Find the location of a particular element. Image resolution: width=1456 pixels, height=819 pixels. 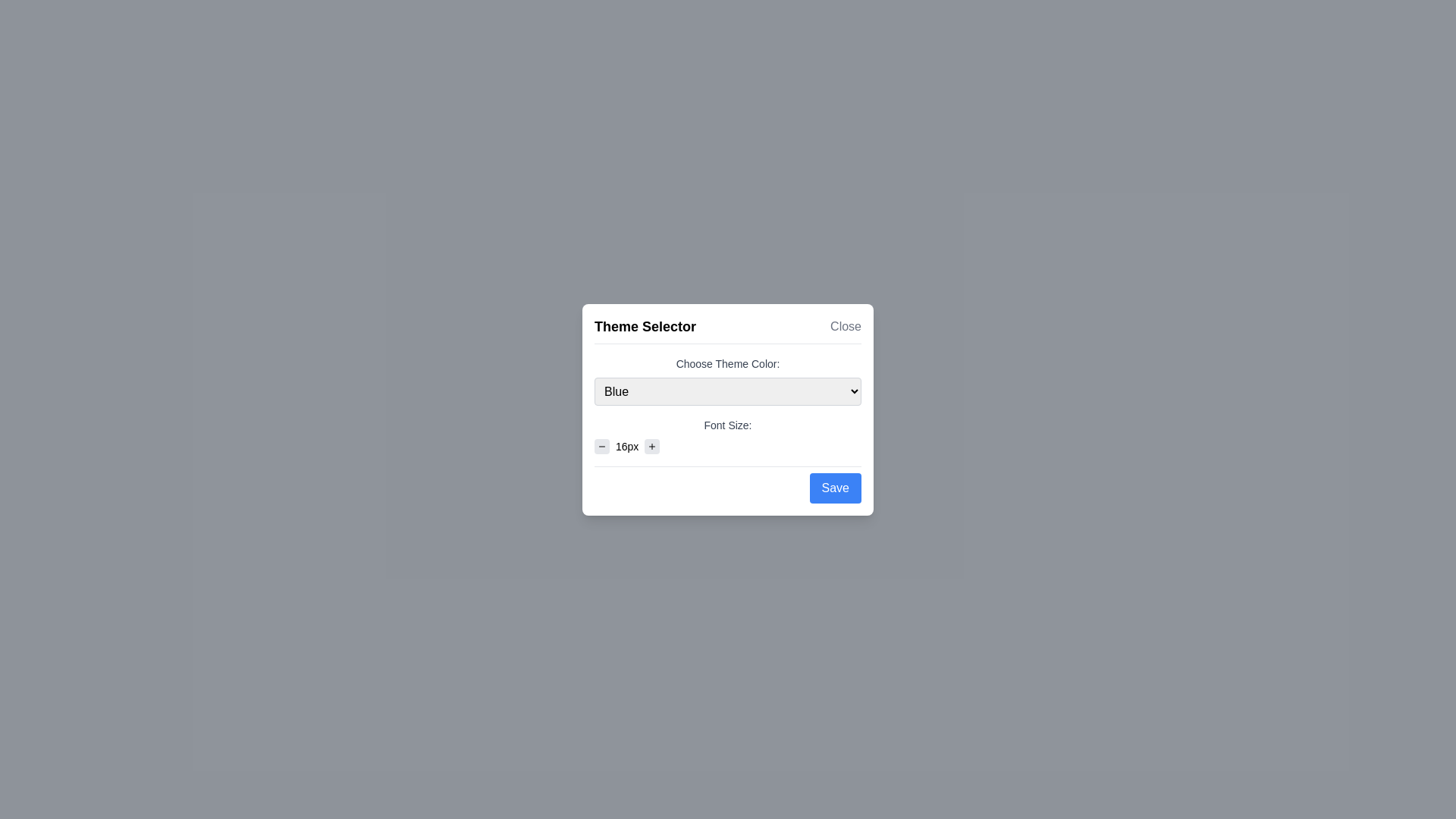

current font size displayed in the Font size selector, which shows '16px' is located at coordinates (728, 445).